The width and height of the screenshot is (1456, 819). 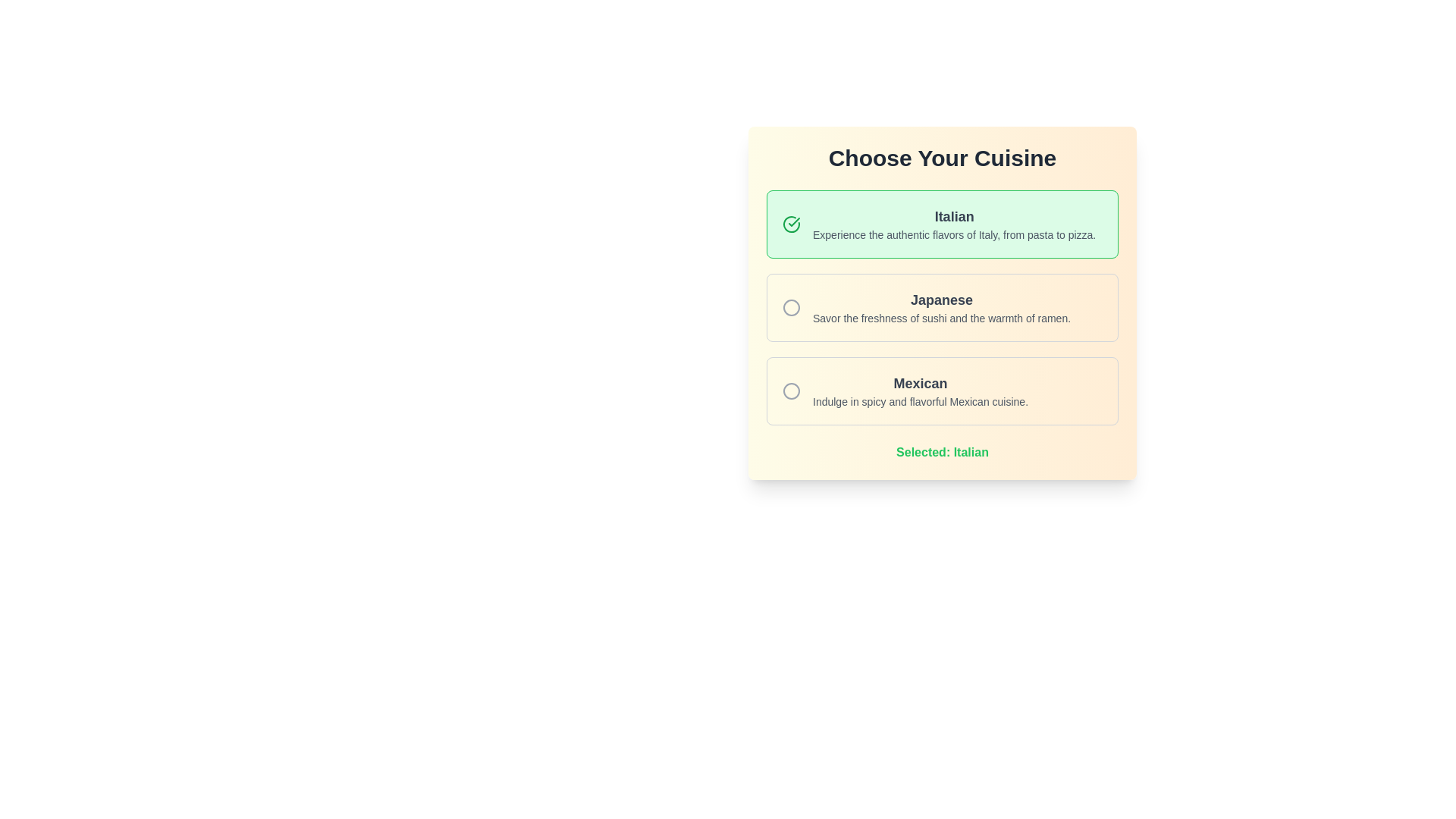 I want to click on bold, centered text label that displays 'Selected: Italian' in green color, indicating the user's current selection, so click(x=942, y=452).